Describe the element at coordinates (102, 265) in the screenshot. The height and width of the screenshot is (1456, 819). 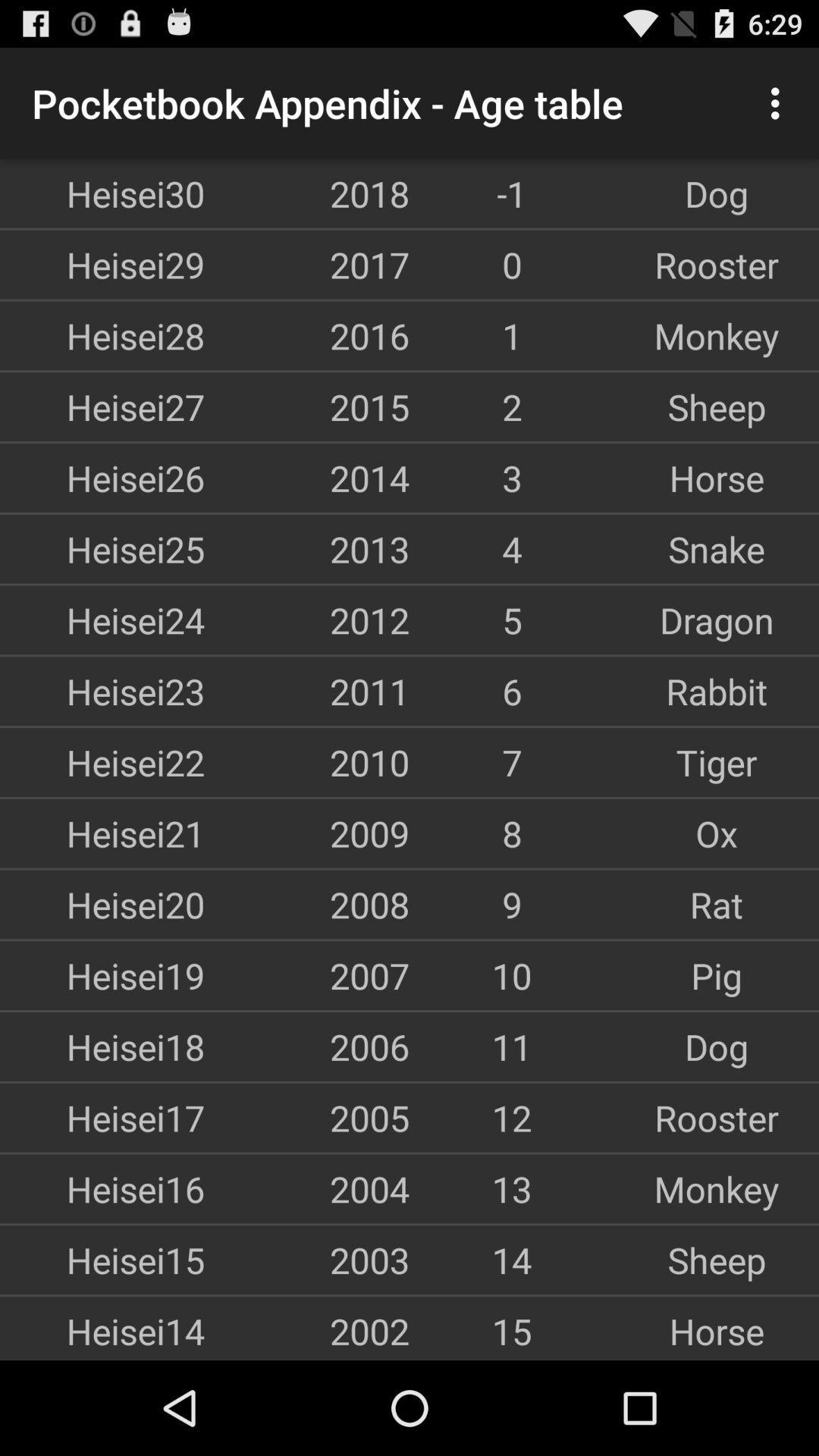
I see `the item to the left of the 2017 item` at that location.